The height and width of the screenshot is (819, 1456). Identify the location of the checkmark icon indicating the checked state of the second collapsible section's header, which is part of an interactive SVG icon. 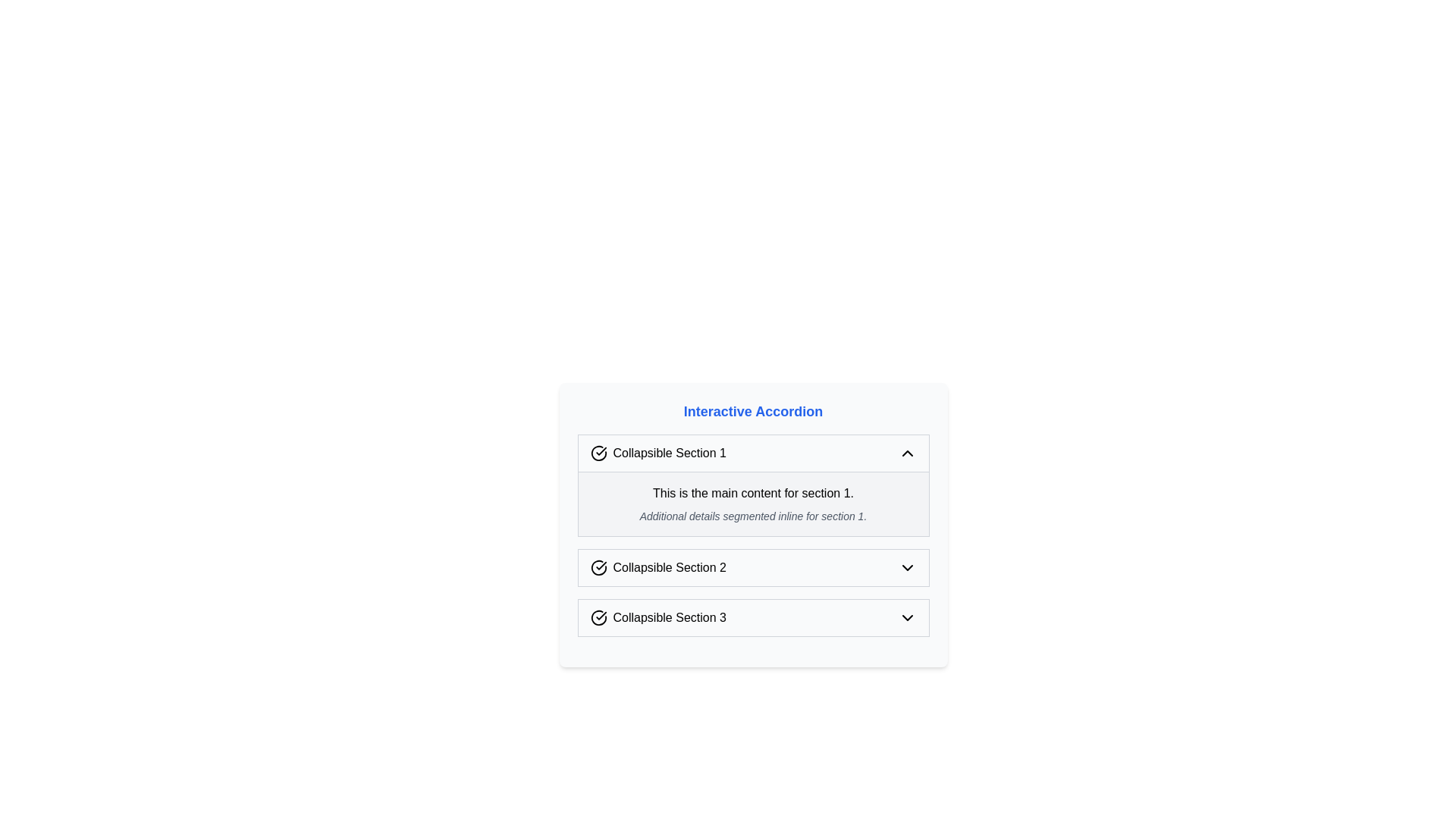
(600, 566).